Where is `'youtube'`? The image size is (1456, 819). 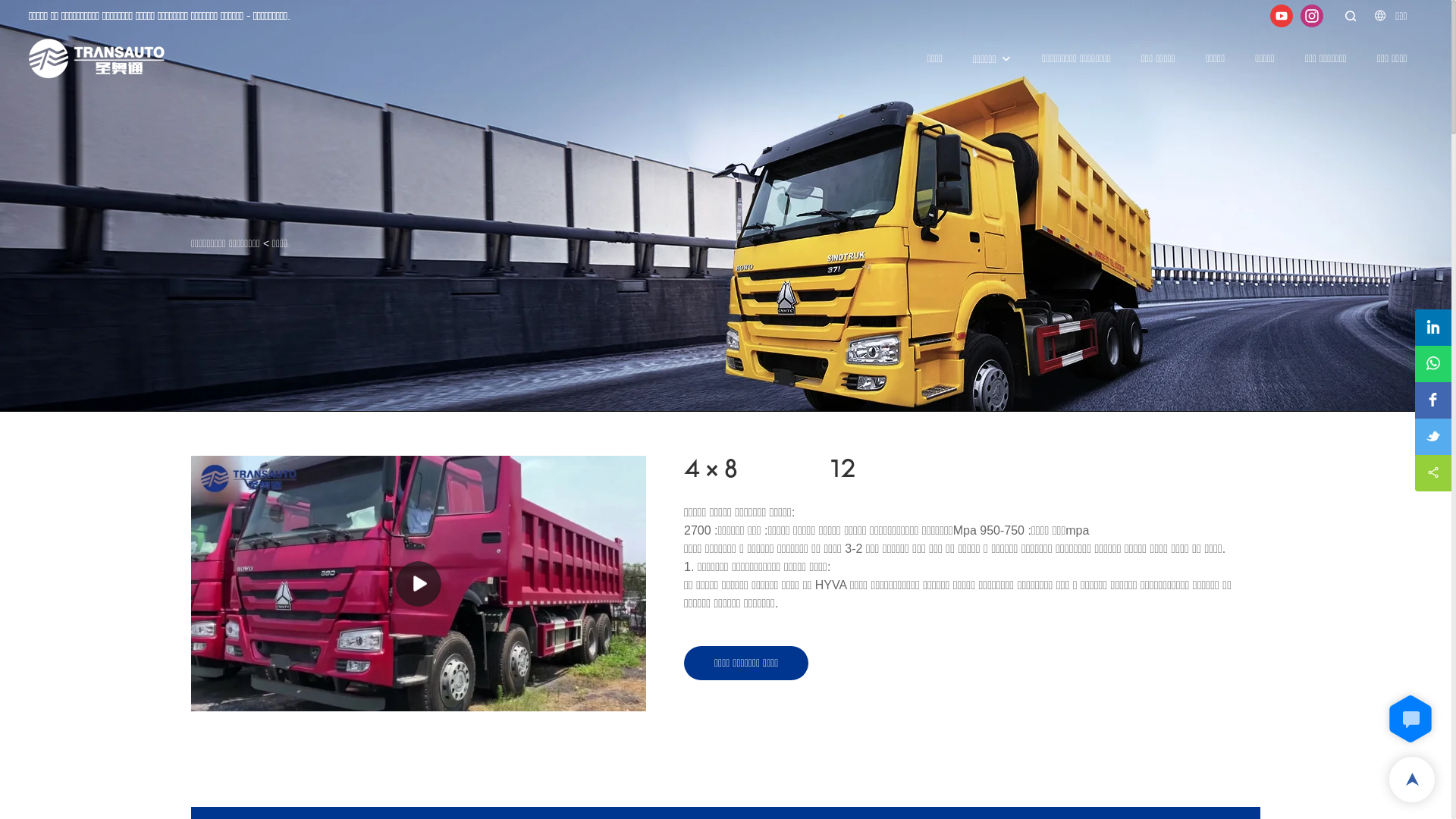
'youtube' is located at coordinates (1280, 14).